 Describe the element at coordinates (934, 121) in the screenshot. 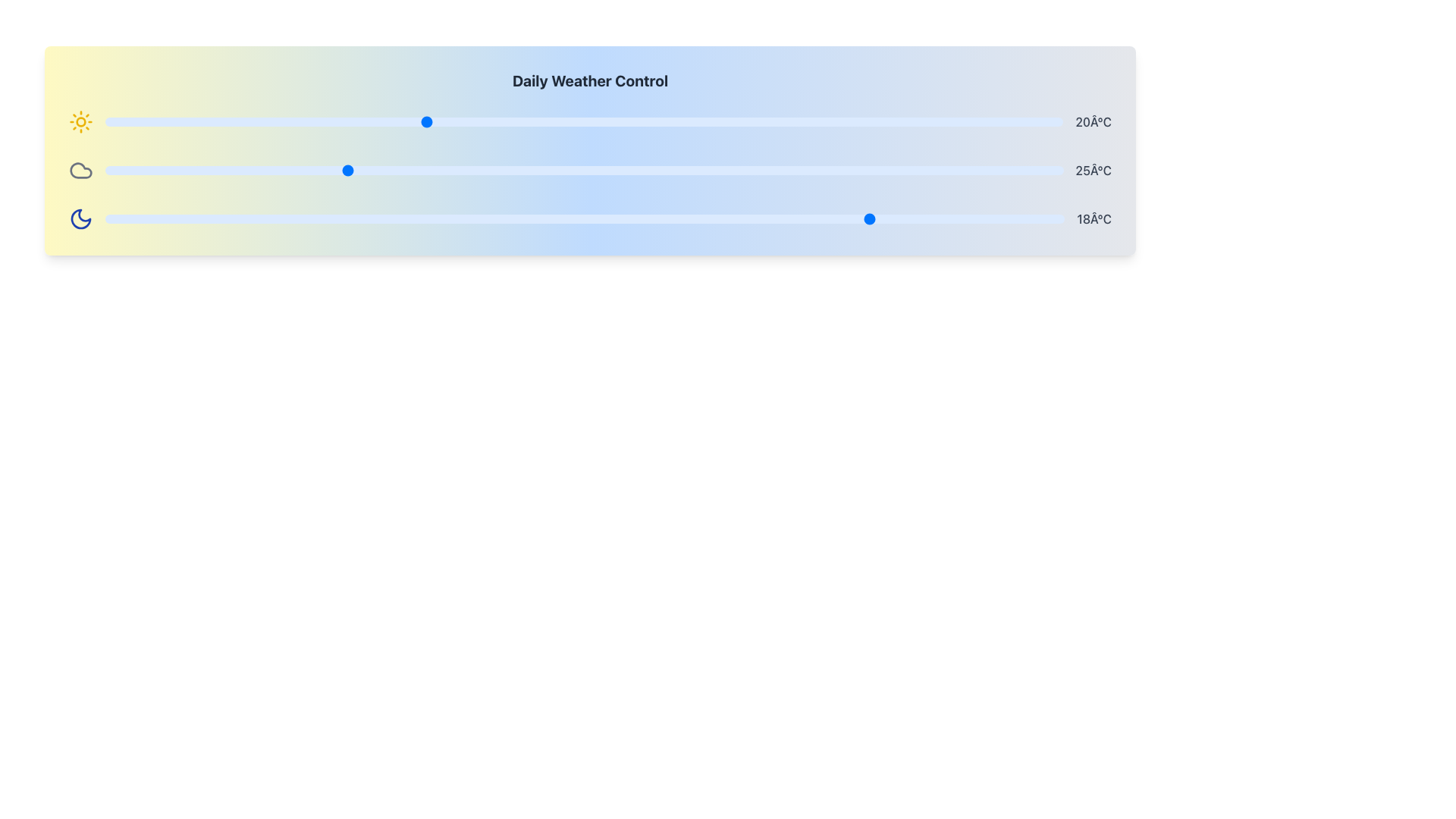

I see `the slider` at that location.